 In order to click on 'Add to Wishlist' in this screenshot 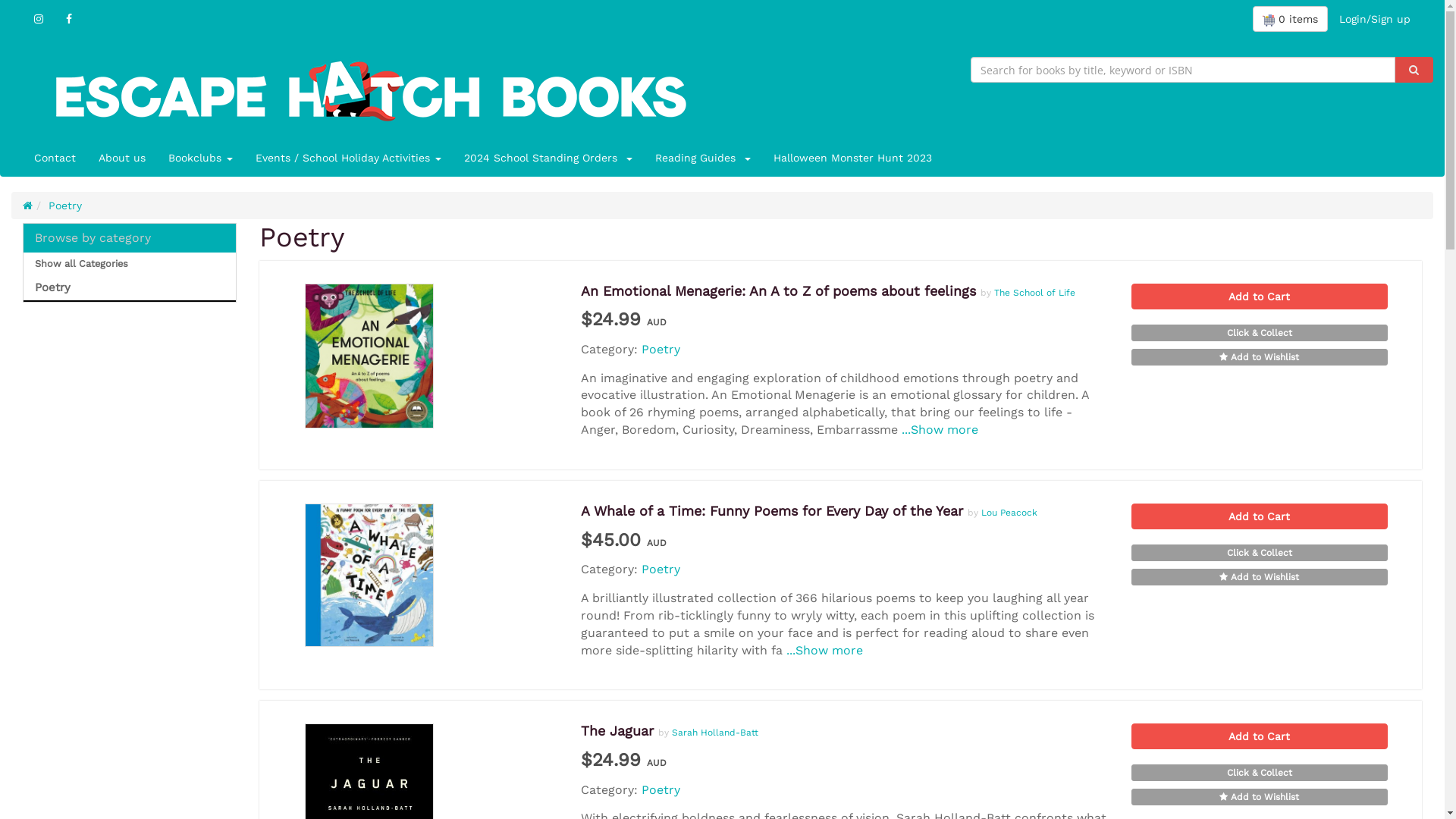, I will do `click(1259, 356)`.